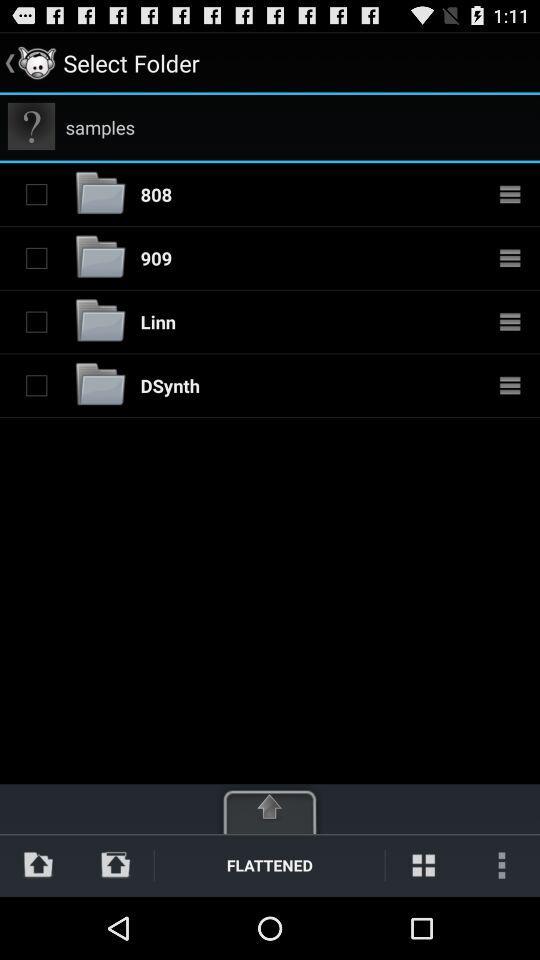 The height and width of the screenshot is (960, 540). I want to click on a folder, so click(36, 194).